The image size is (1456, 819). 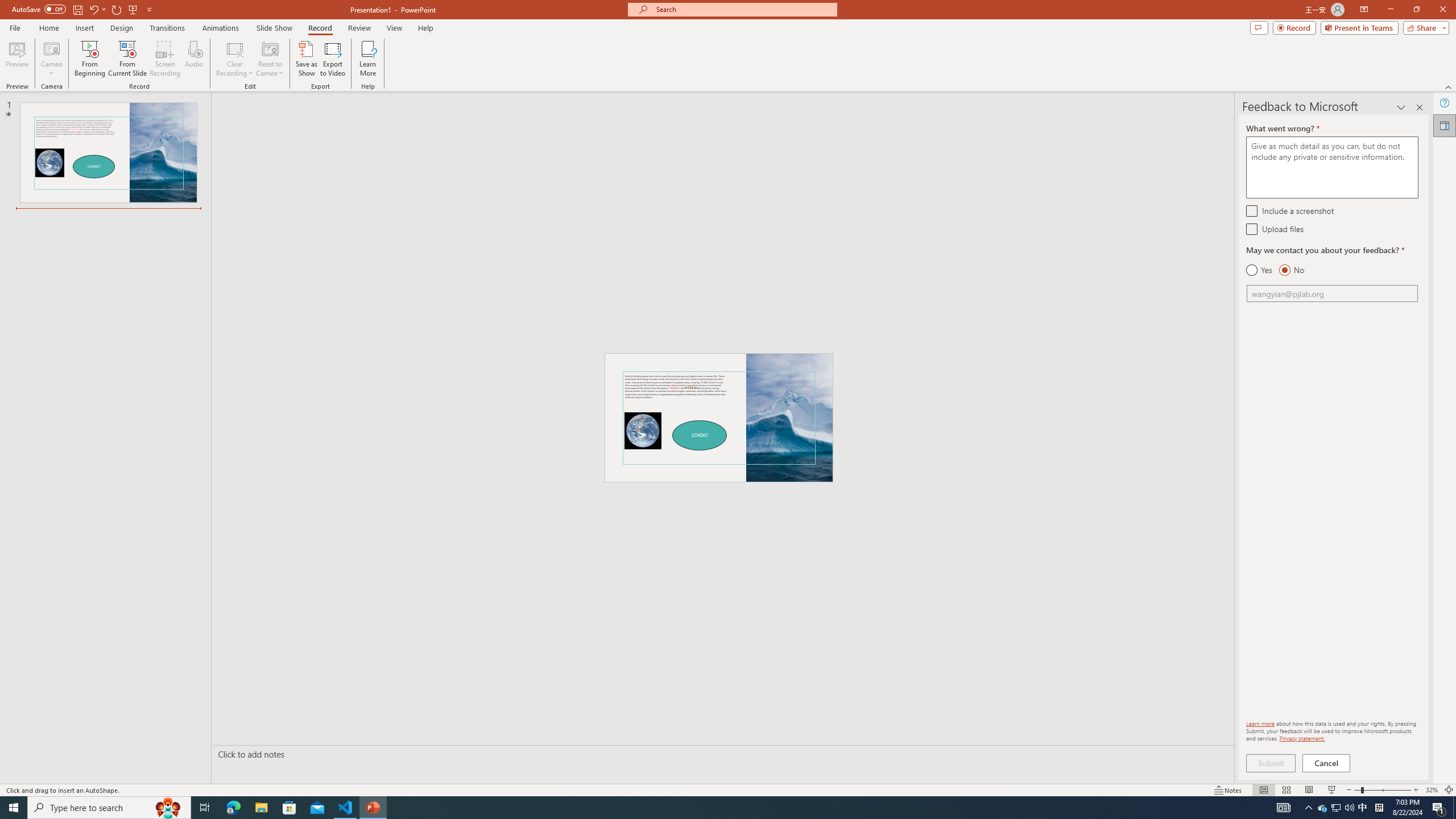 What do you see at coordinates (1444, 102) in the screenshot?
I see `'Help'` at bounding box center [1444, 102].